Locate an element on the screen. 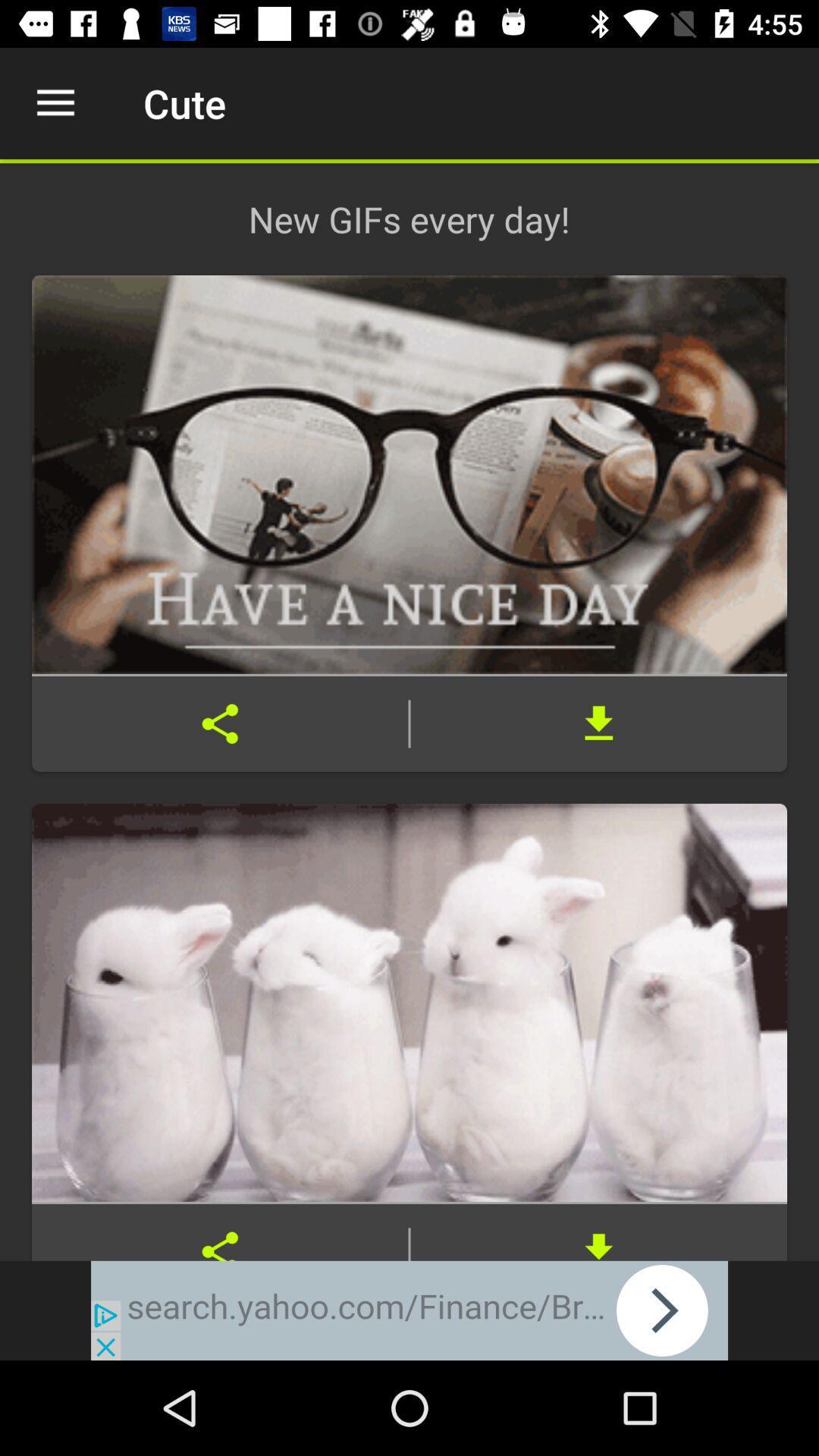  play is located at coordinates (409, 1310).